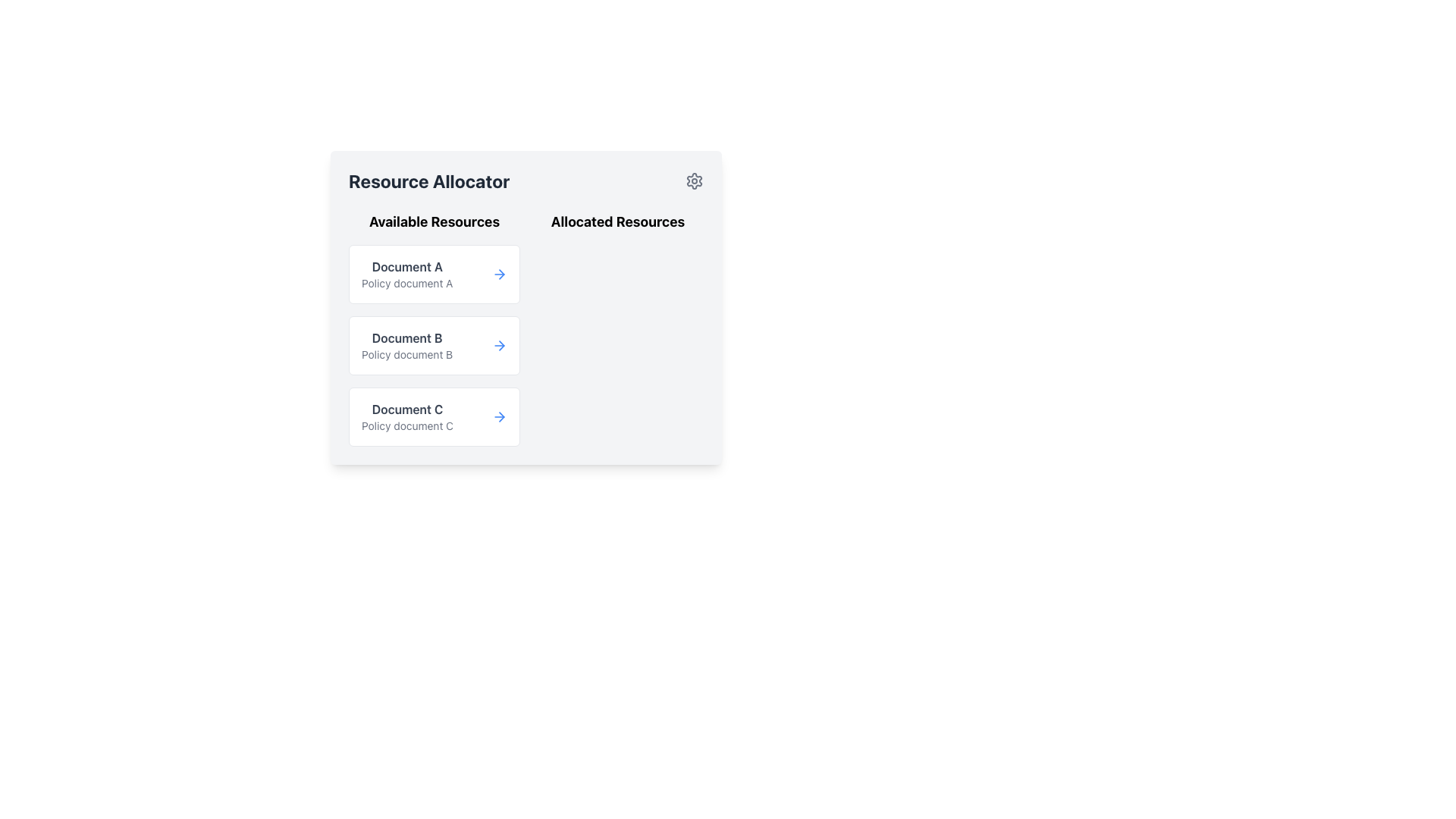 The image size is (1456, 819). I want to click on the 'Document B' card/list item in the 'Available Resources' section, so click(433, 328).